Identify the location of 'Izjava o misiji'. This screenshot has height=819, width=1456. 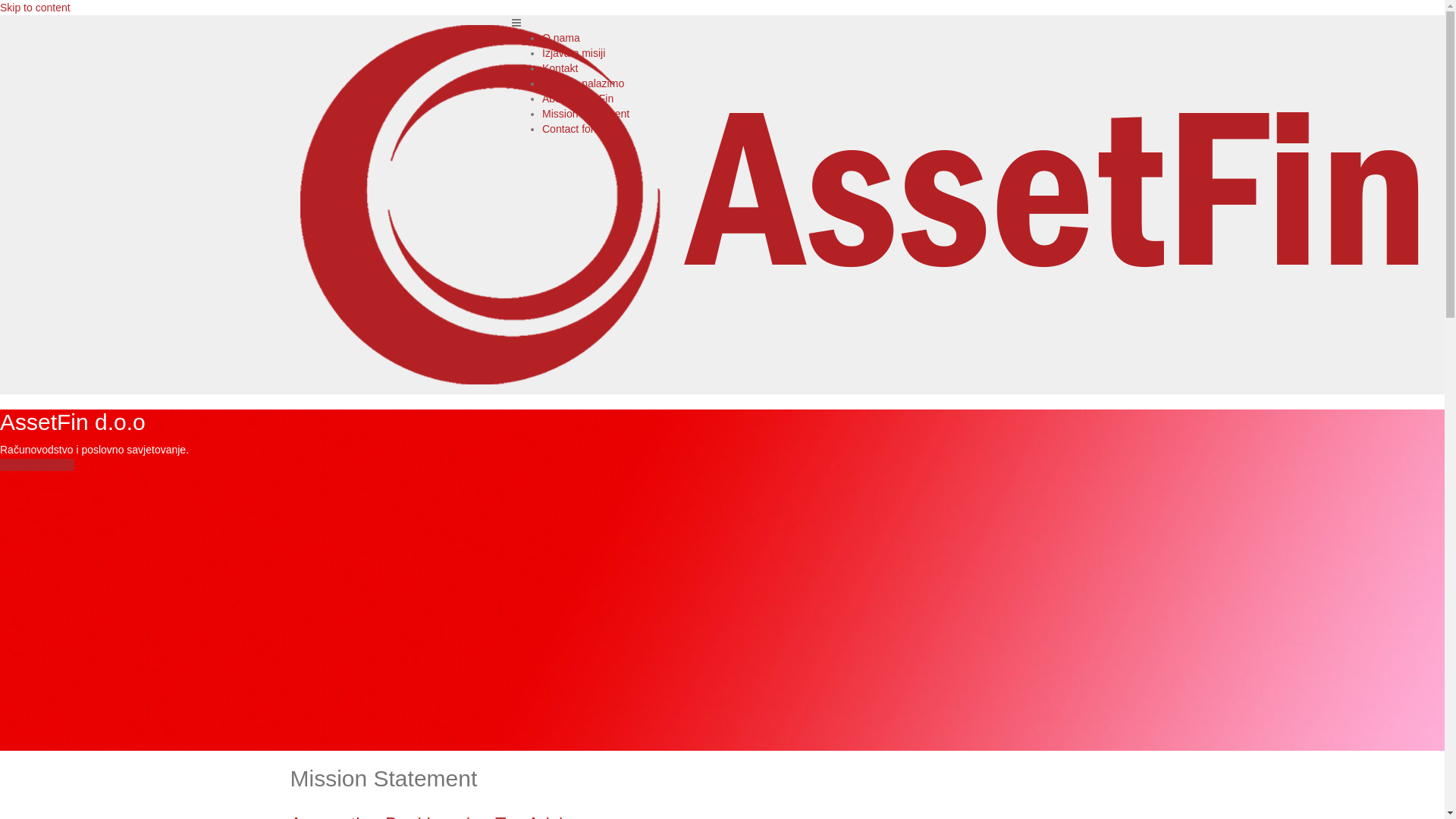
(573, 52).